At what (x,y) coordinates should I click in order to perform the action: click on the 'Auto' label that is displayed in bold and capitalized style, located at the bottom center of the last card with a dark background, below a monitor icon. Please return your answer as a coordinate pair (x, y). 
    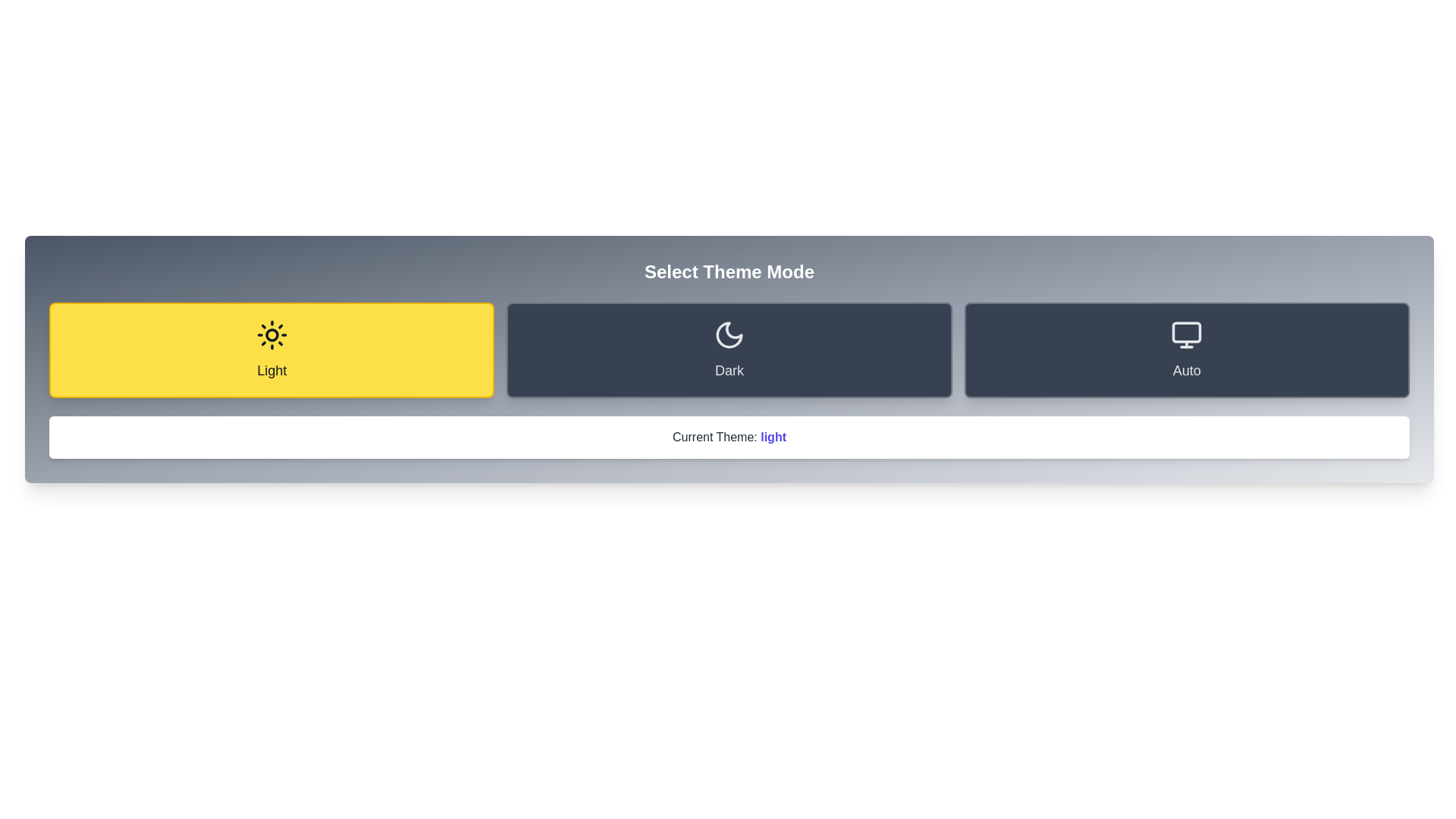
    Looking at the image, I should click on (1186, 371).